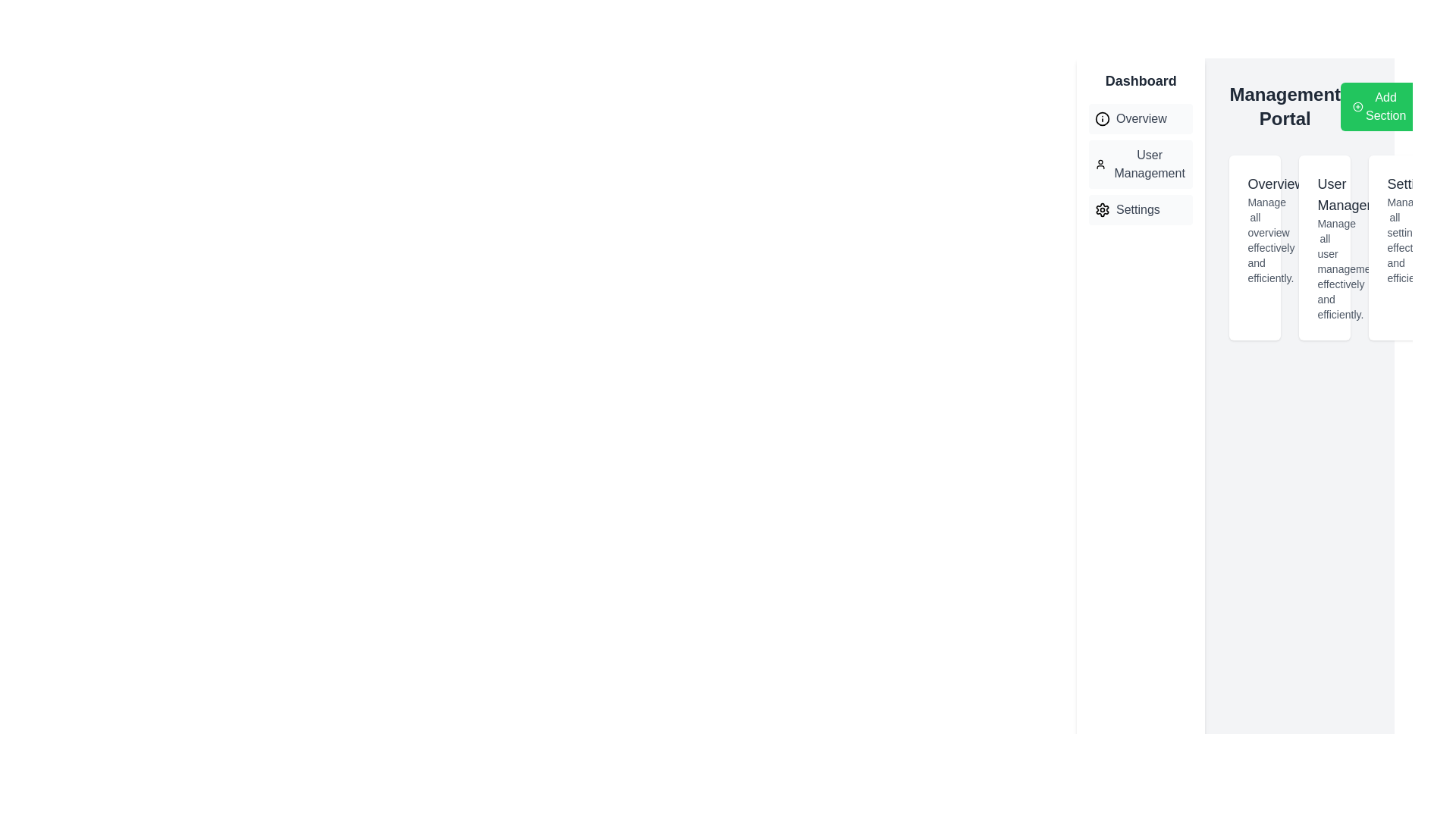 Image resolution: width=1456 pixels, height=819 pixels. What do you see at coordinates (1255, 184) in the screenshot?
I see `title text located at the top of the first card in the horizontal list, under the heading 'Management Portal'` at bounding box center [1255, 184].